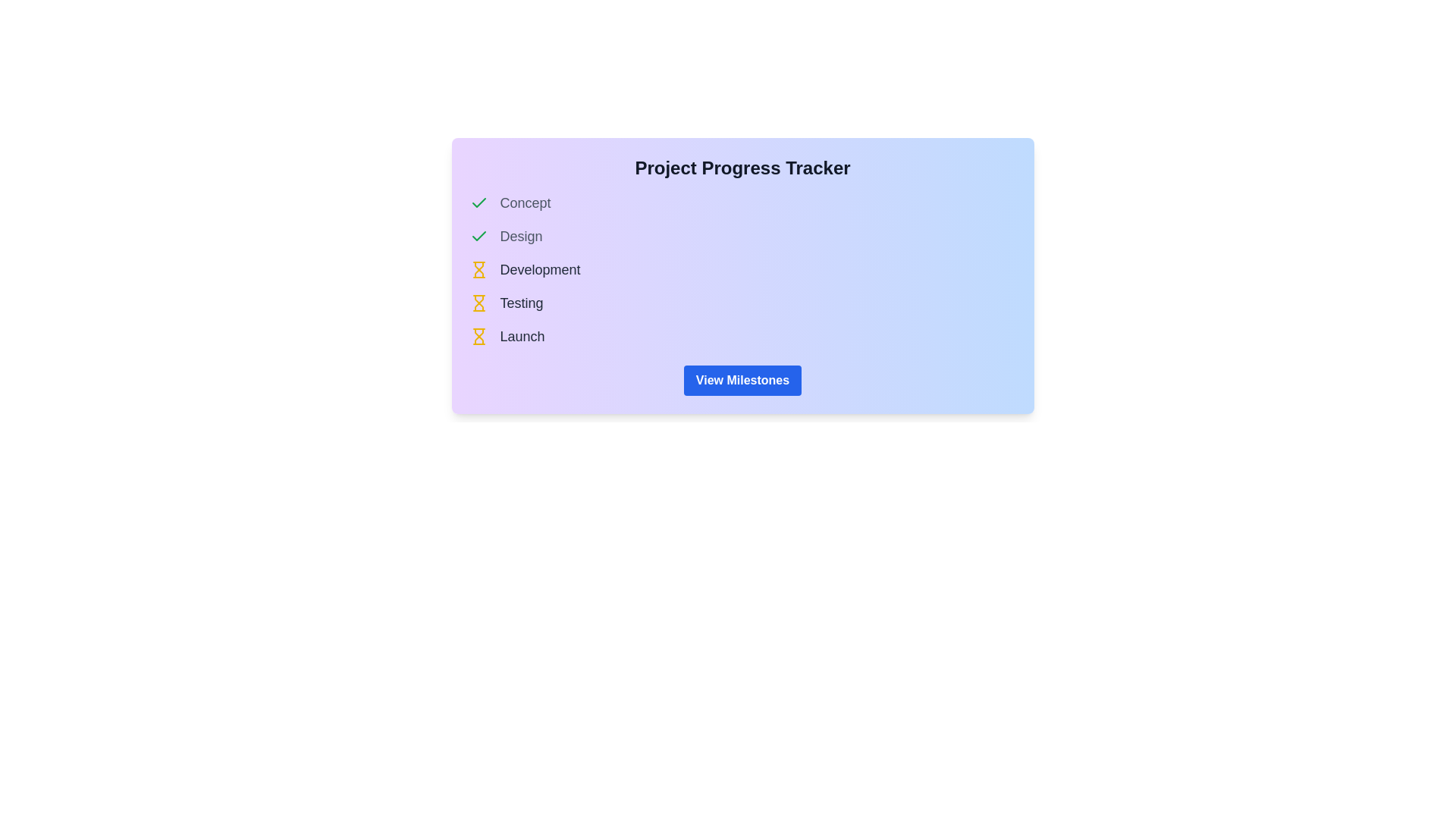 The image size is (1456, 819). What do you see at coordinates (522, 335) in the screenshot?
I see `the 'Launch' phase text label located in the project progress tracker, which is the last entry in the list under 'Testing.'` at bounding box center [522, 335].